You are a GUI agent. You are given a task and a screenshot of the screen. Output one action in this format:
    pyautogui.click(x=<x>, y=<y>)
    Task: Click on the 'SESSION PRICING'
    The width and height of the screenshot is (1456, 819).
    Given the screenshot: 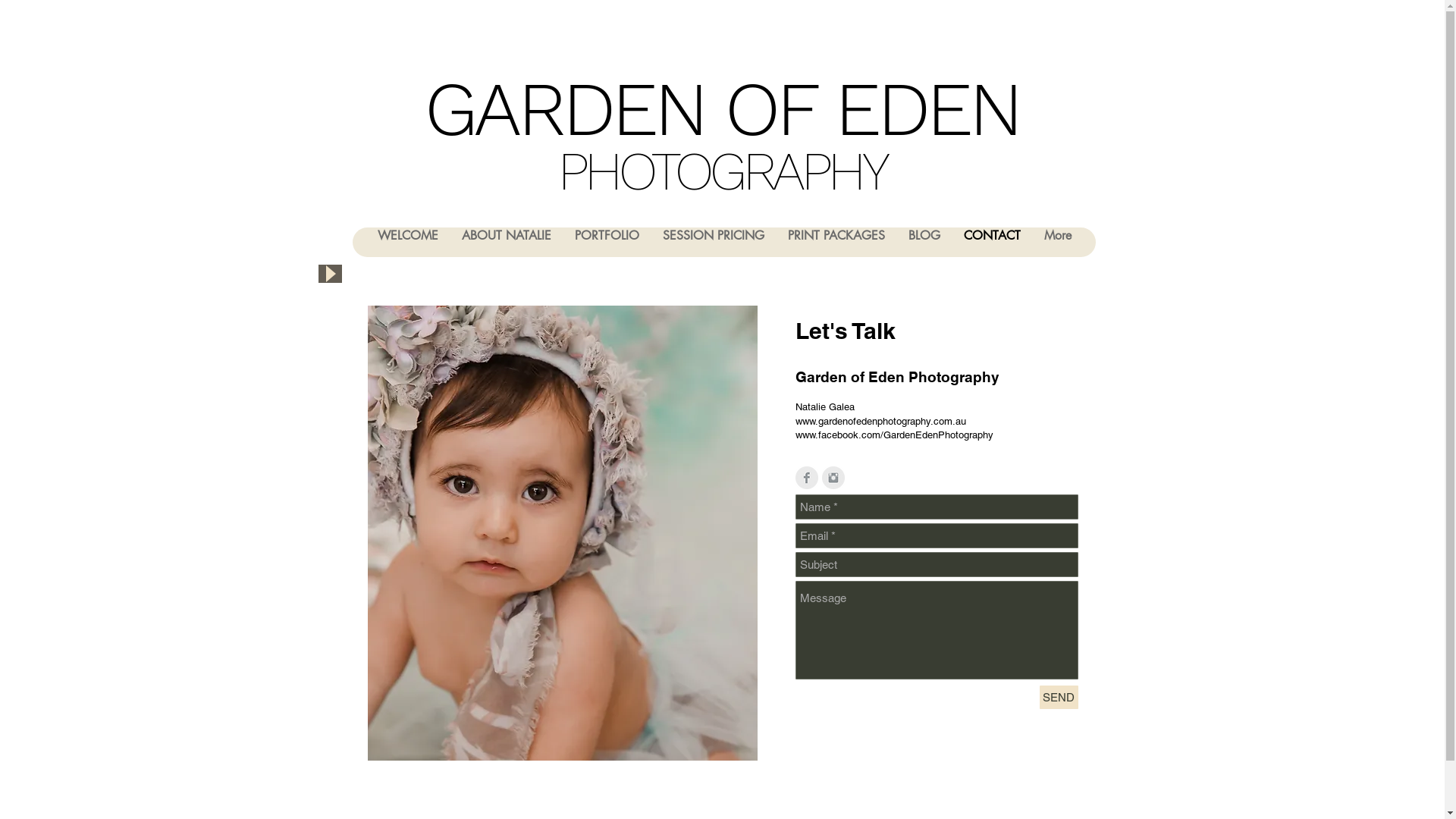 What is the action you would take?
    pyautogui.click(x=651, y=241)
    